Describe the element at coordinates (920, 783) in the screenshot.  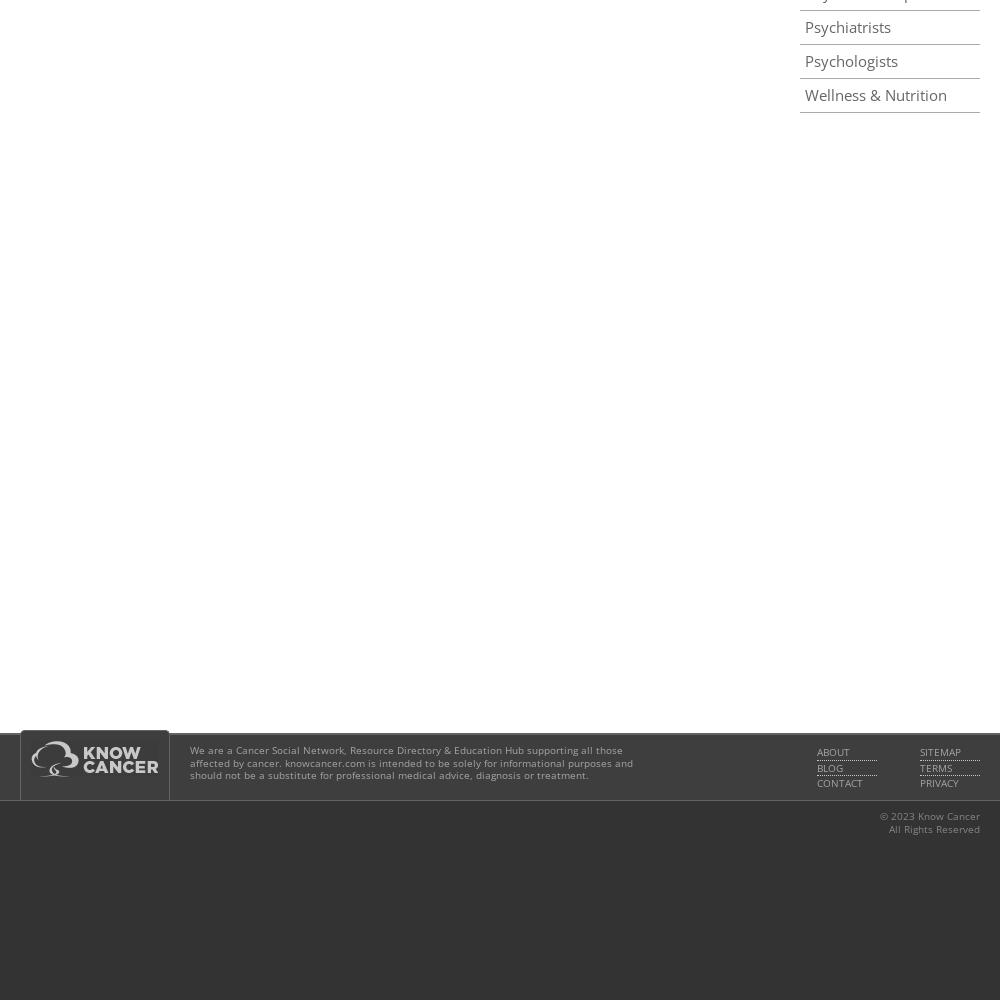
I see `'Privacy'` at that location.